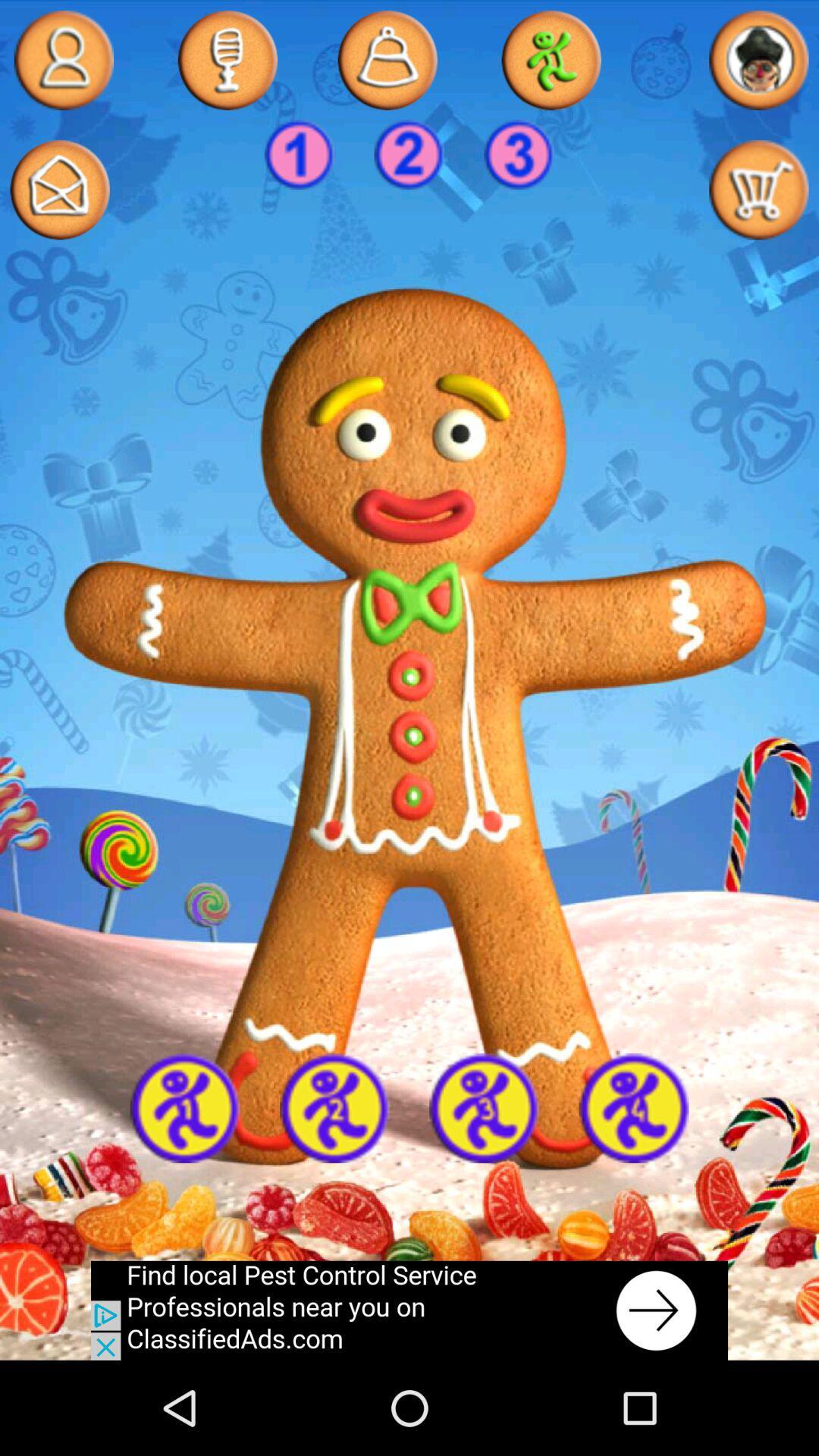 The image size is (819, 1456). I want to click on the email icon, so click(59, 202).